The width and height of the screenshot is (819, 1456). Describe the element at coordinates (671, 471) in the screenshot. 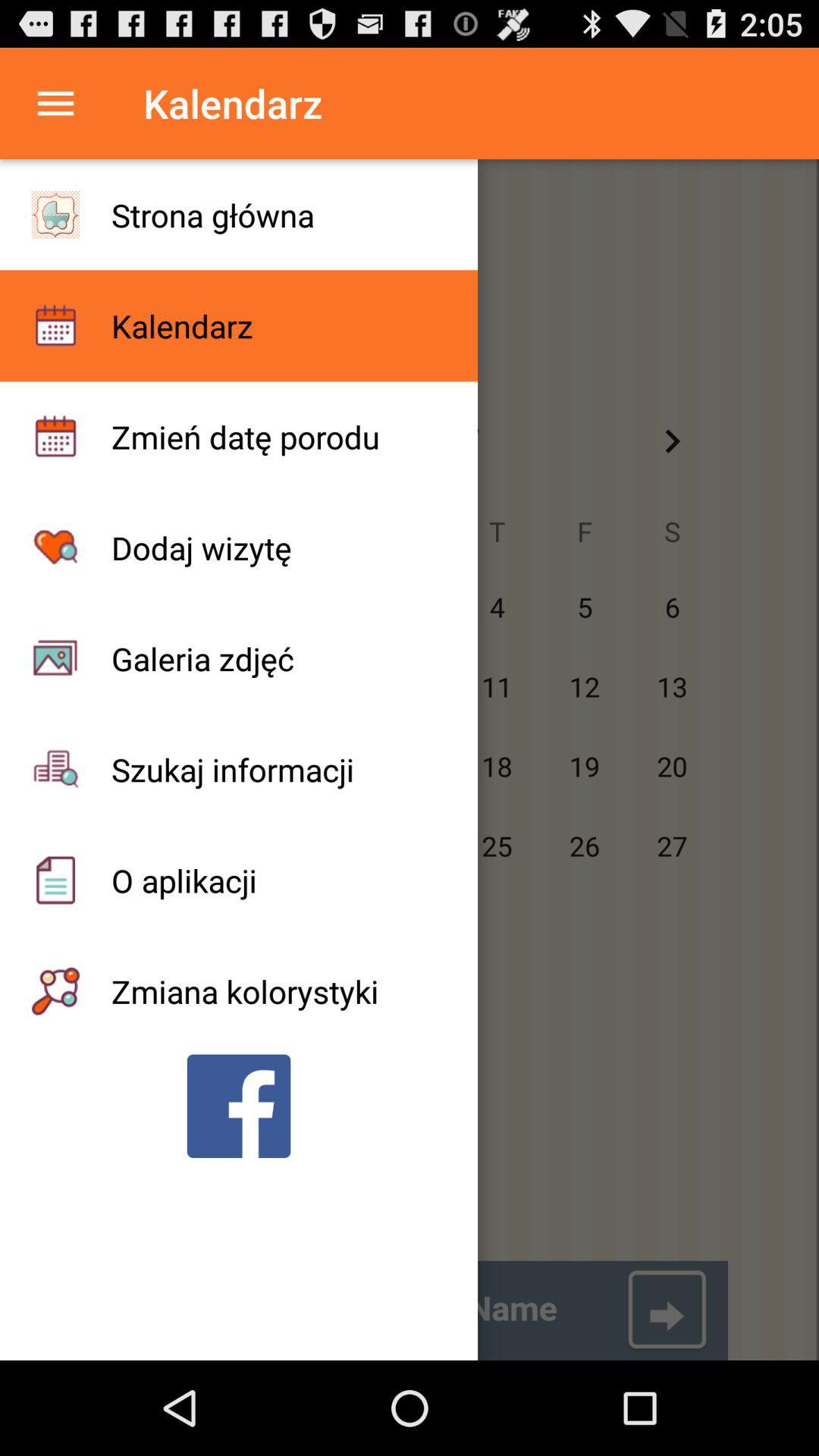

I see `the arrow_forward icon` at that location.